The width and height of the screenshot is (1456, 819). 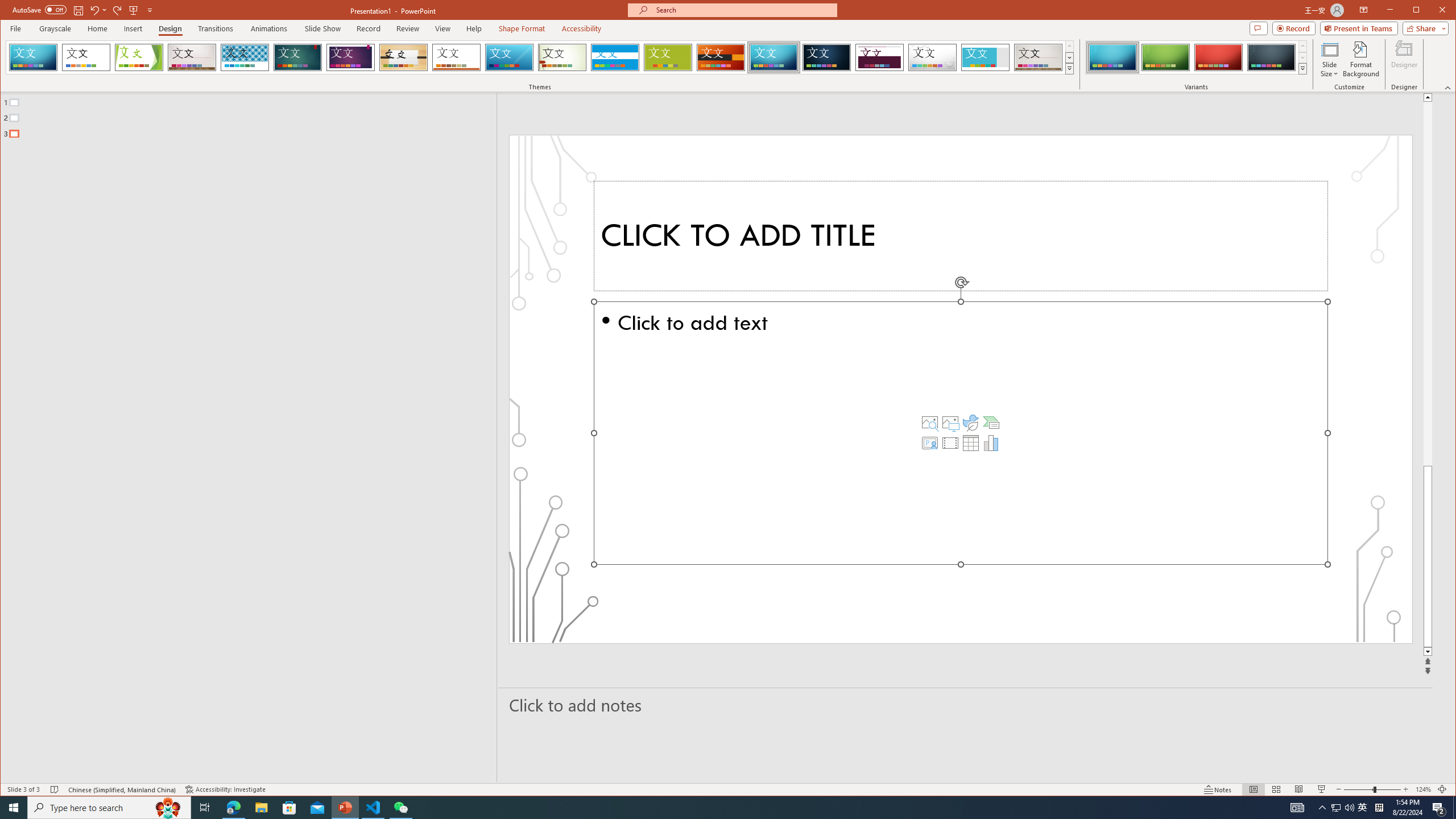 I want to click on 'Integral', so click(x=244, y=57).